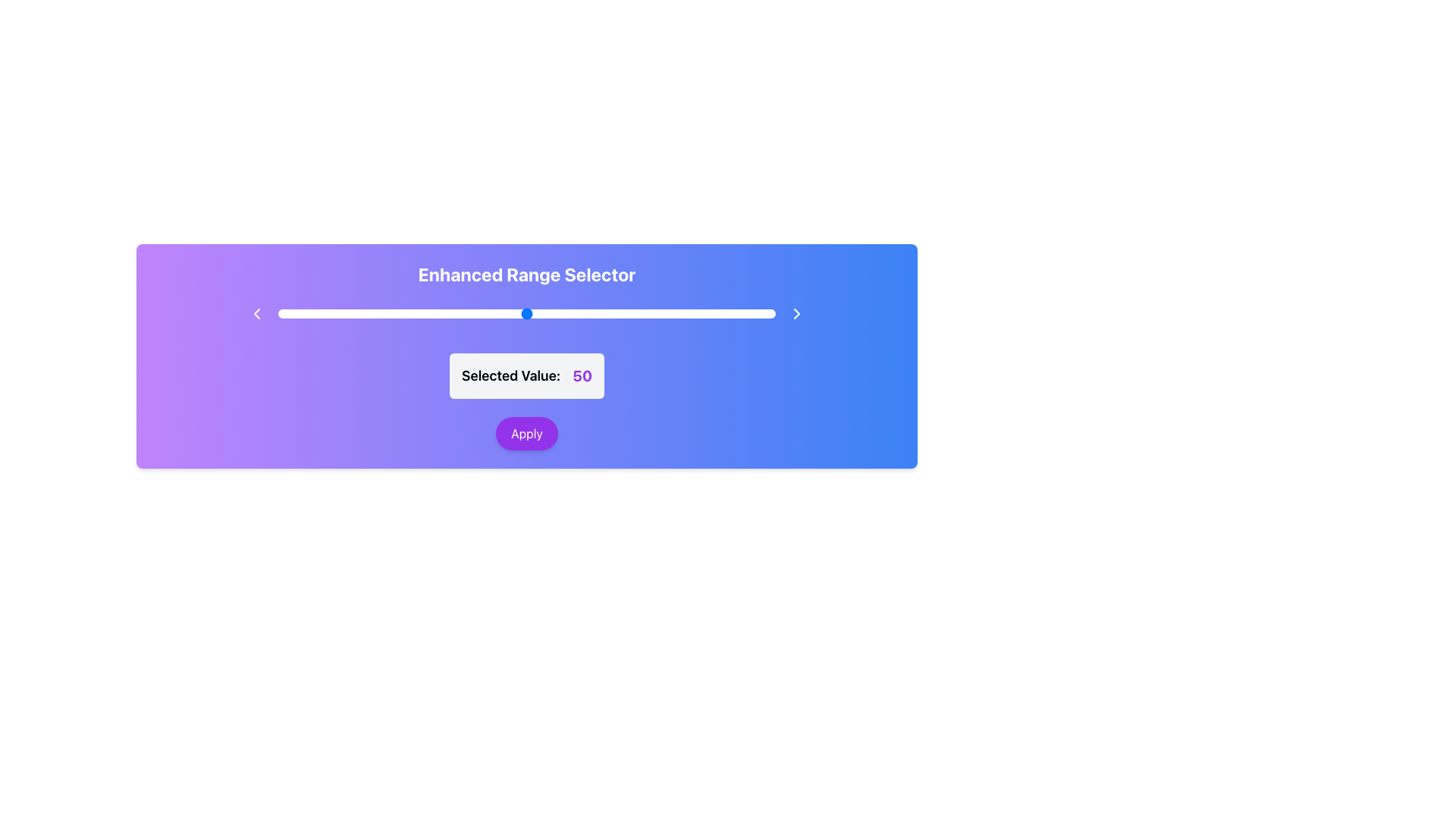 Image resolution: width=1456 pixels, height=819 pixels. I want to click on the slider, so click(356, 312).